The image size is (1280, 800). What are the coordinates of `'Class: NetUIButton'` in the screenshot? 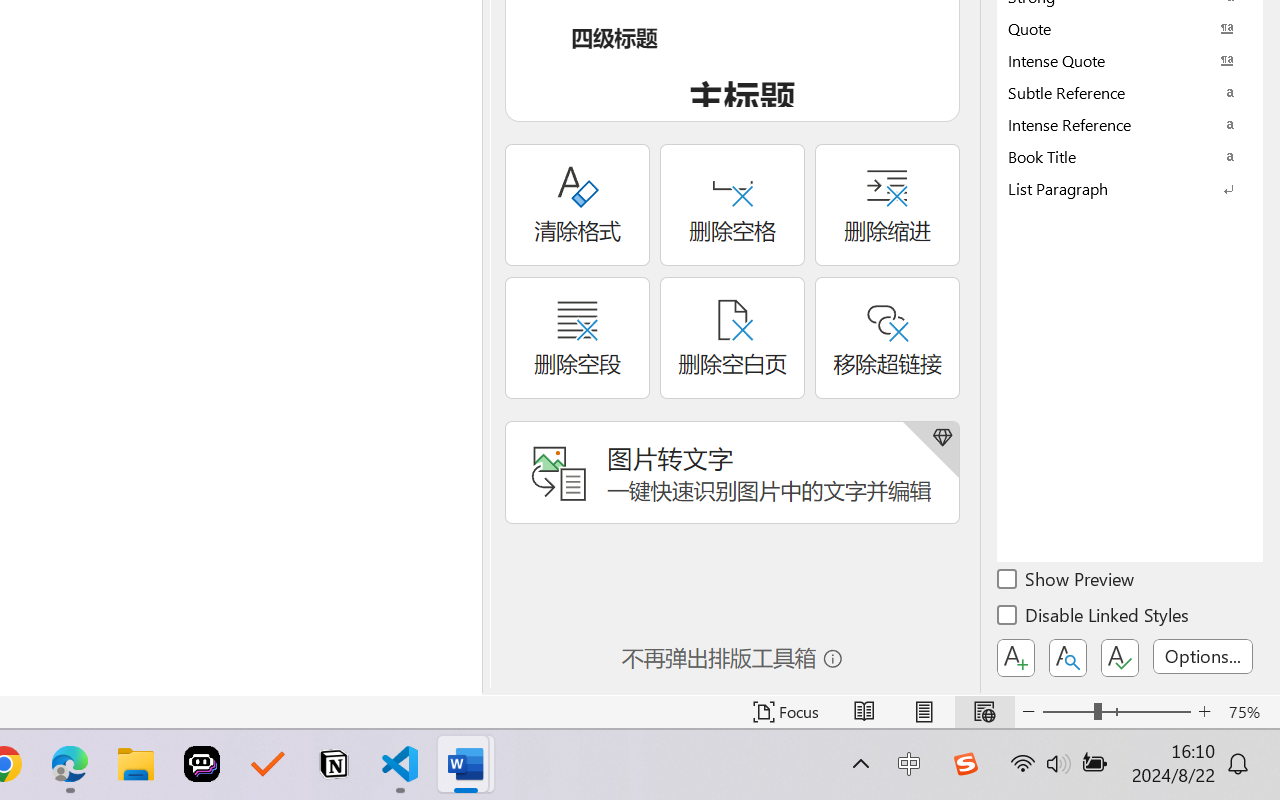 It's located at (1120, 657).